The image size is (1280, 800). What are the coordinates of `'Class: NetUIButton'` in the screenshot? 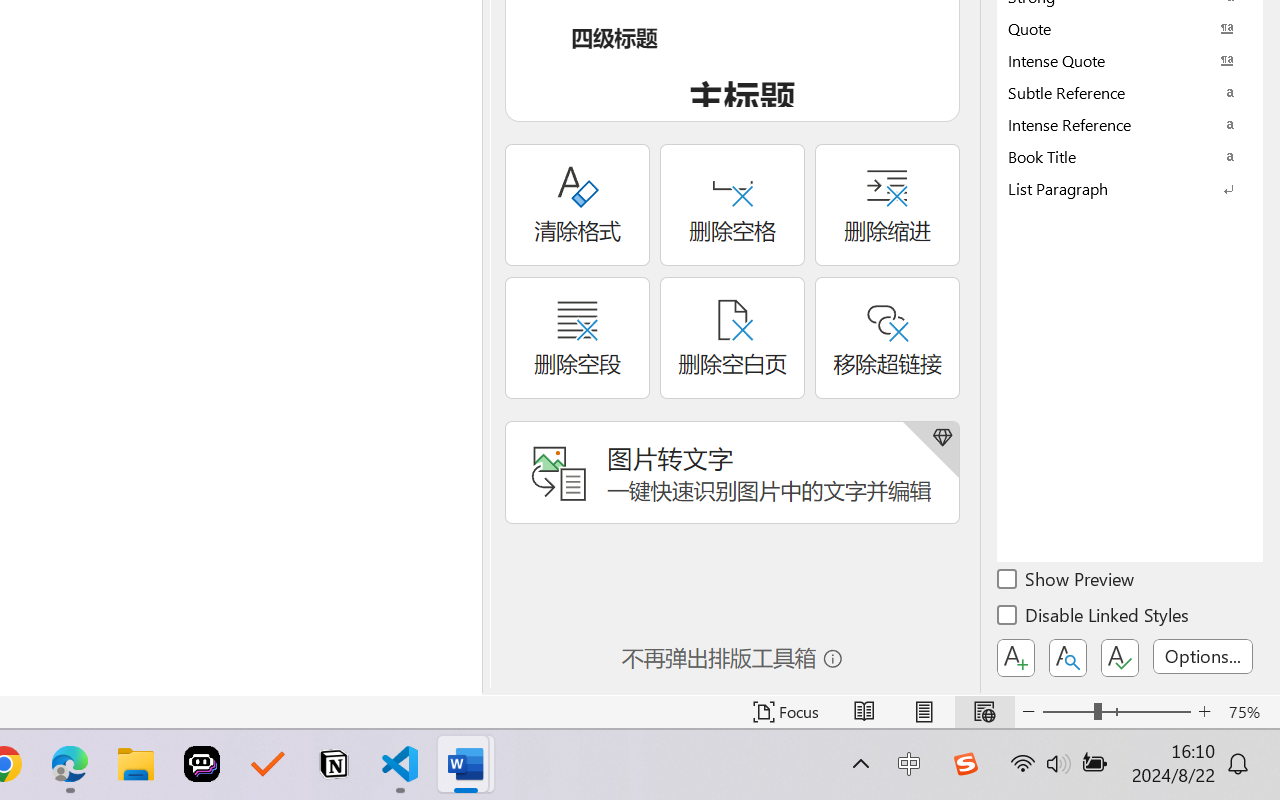 It's located at (1120, 657).